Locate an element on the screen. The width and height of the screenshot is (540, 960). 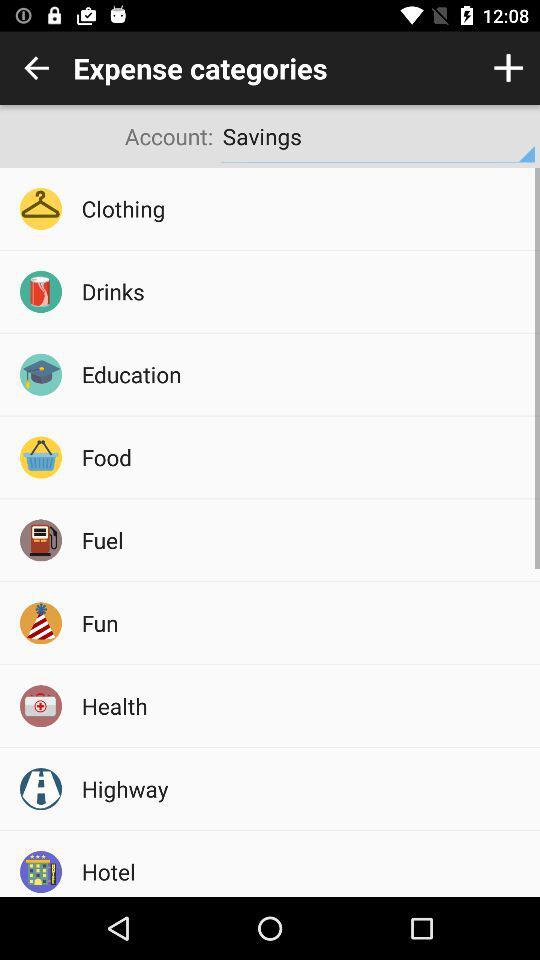
item below the highway item is located at coordinates (303, 870).